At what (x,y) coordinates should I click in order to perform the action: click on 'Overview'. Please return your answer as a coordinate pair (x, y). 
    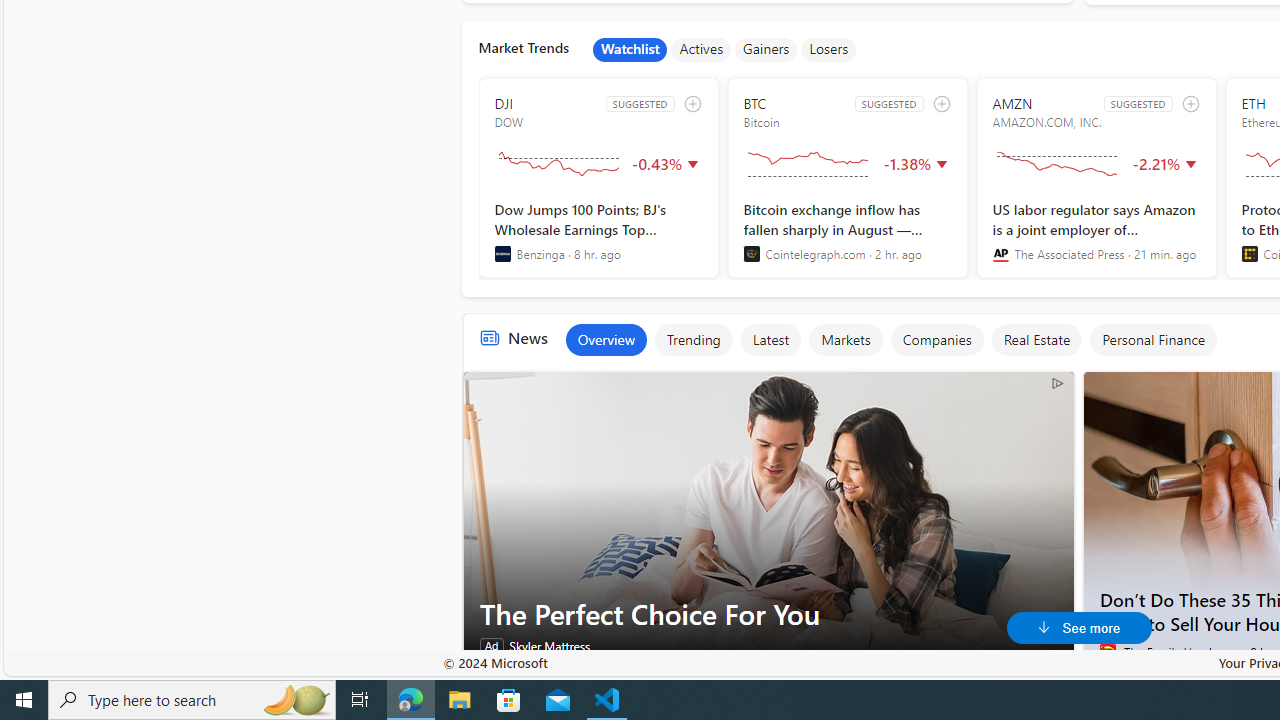
    Looking at the image, I should click on (604, 338).